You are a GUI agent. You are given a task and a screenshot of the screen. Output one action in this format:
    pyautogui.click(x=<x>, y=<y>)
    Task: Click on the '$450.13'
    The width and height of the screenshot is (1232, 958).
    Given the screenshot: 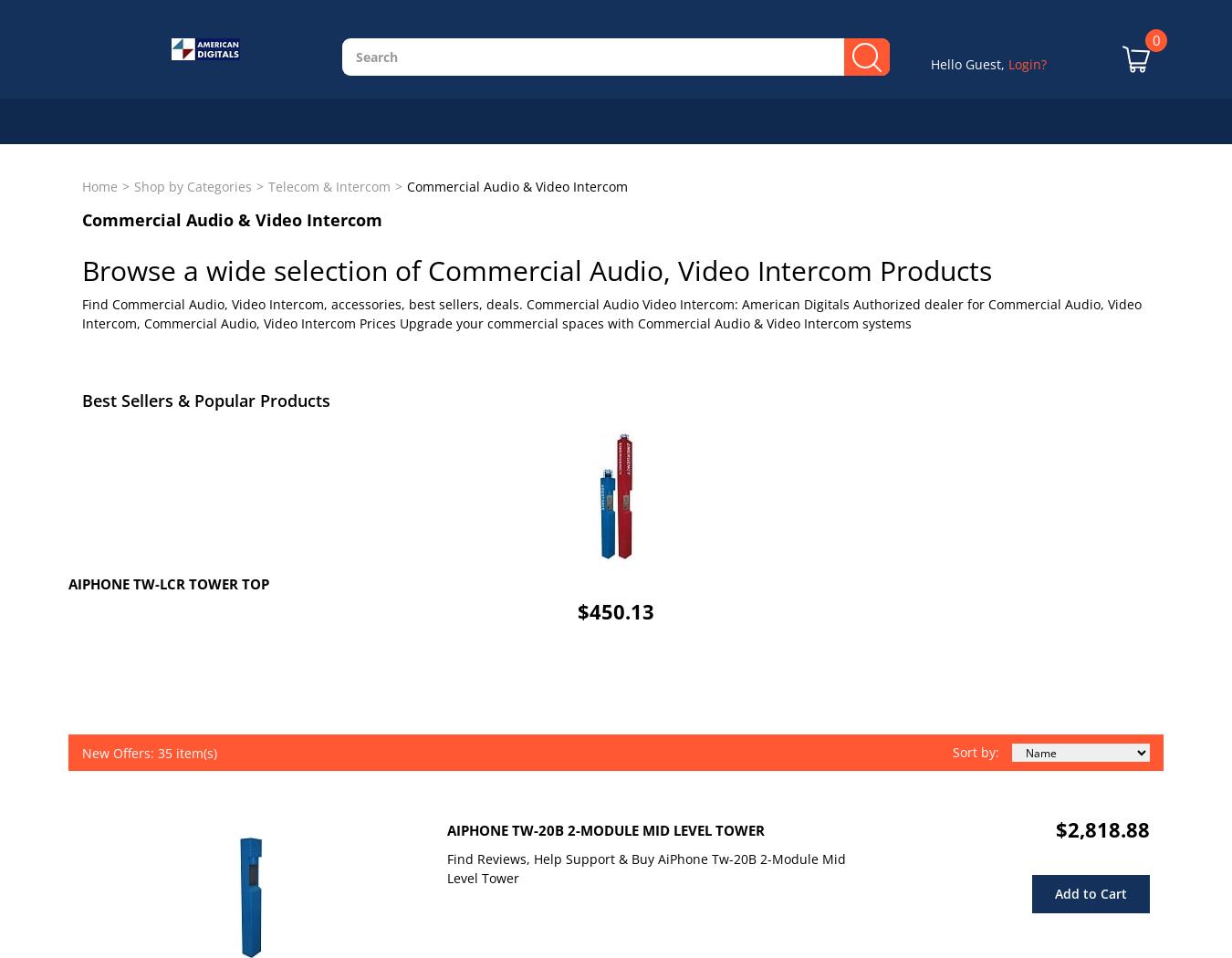 What is the action you would take?
    pyautogui.click(x=578, y=610)
    